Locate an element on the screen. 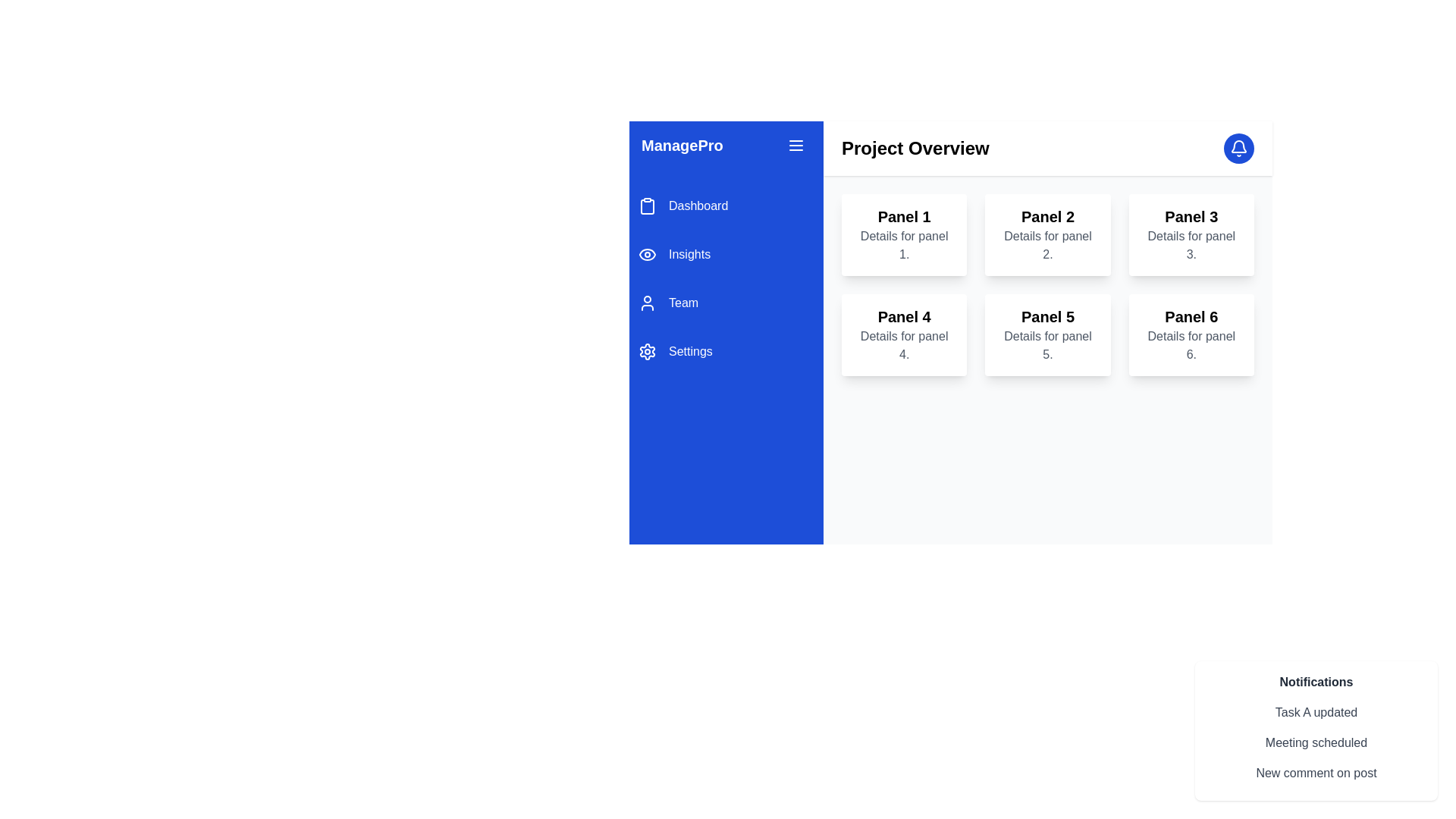 The height and width of the screenshot is (819, 1456). the text block displaying 'Details for panel 6.' located below the title 'Panel 6' in the lower-right corner of the card is located at coordinates (1191, 345).